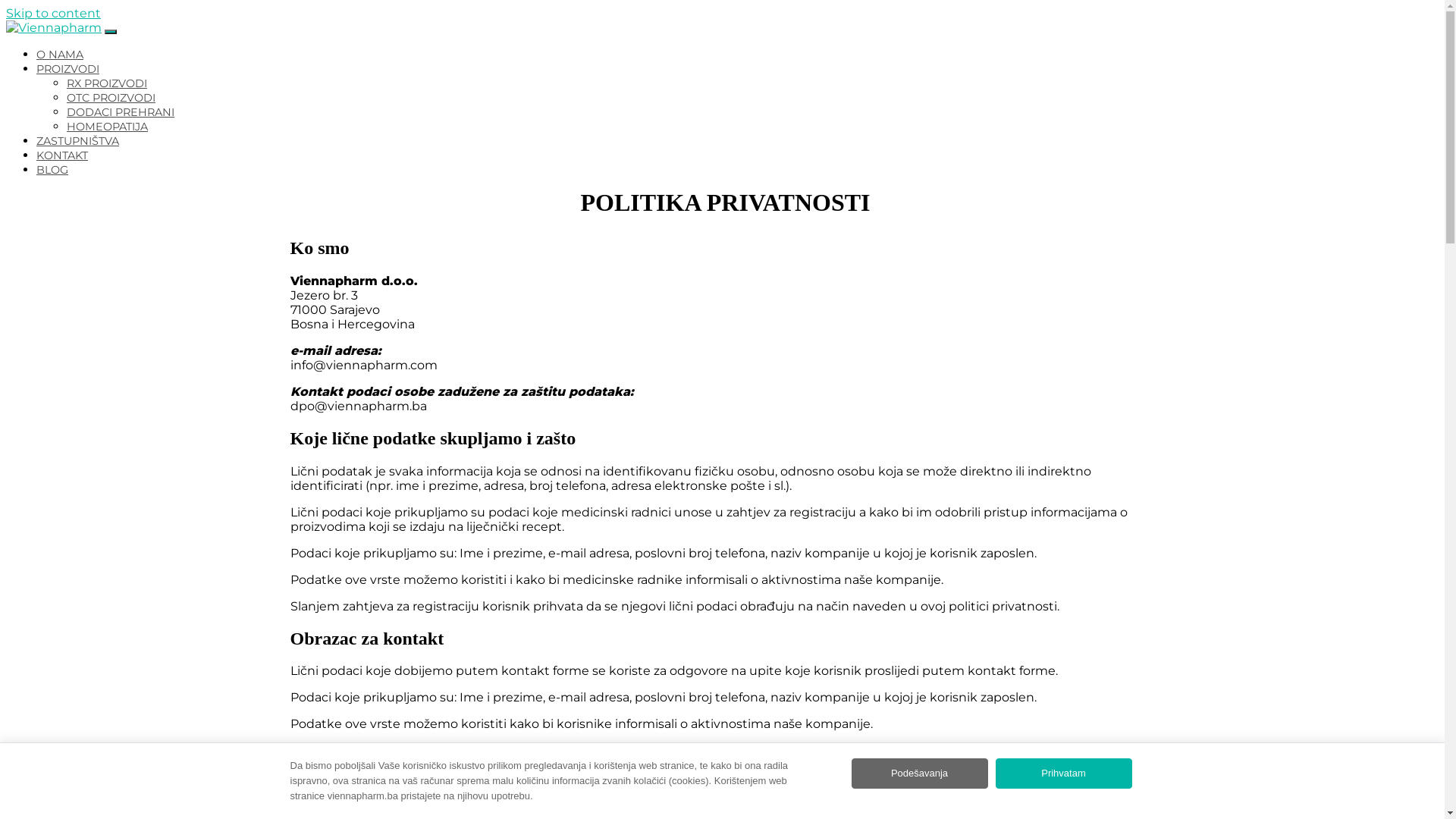  Describe the element at coordinates (119, 111) in the screenshot. I see `'DODACI PREHRANI'` at that location.